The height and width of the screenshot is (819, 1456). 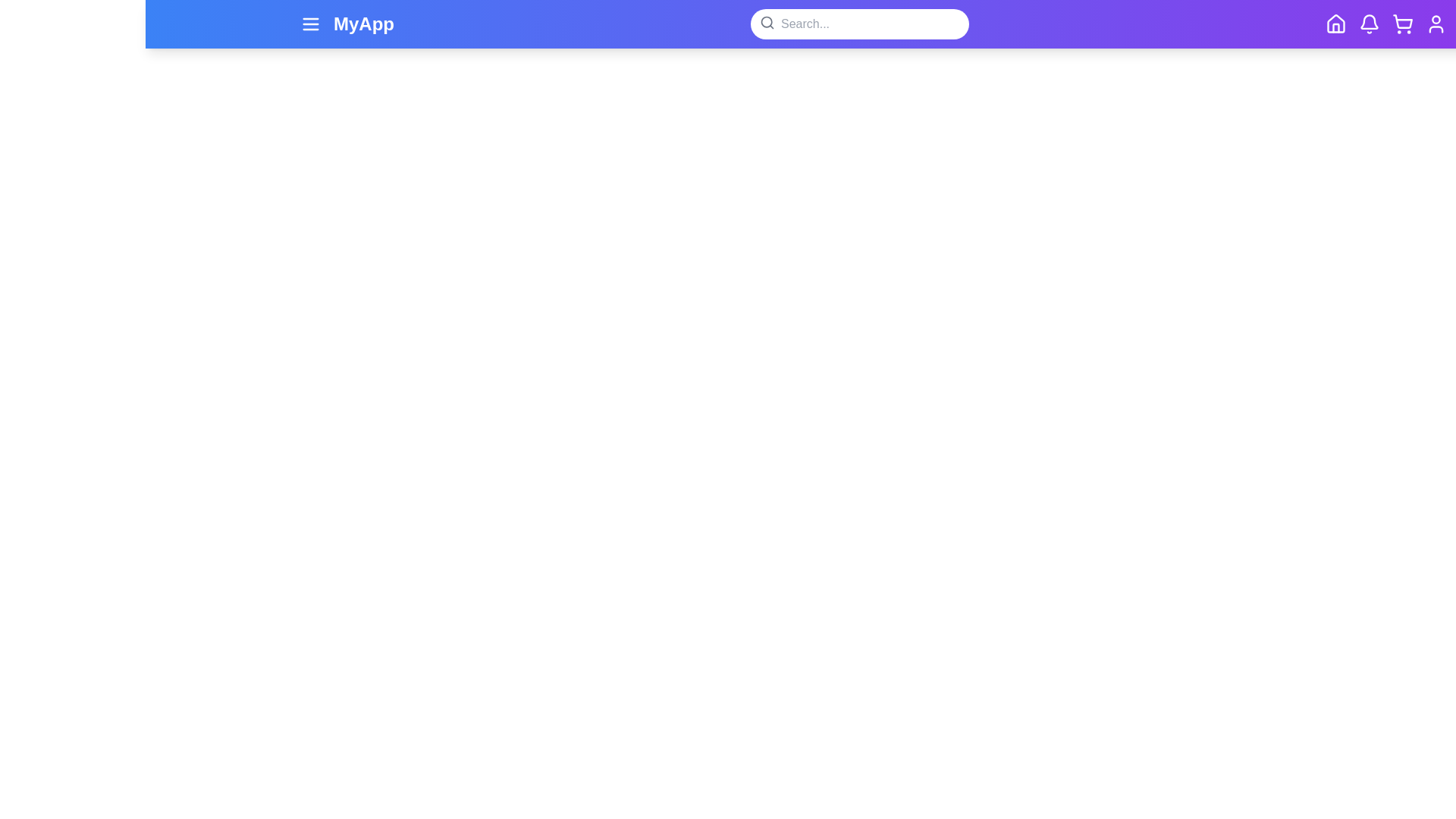 What do you see at coordinates (309, 24) in the screenshot?
I see `the menu button in the navigation bar` at bounding box center [309, 24].